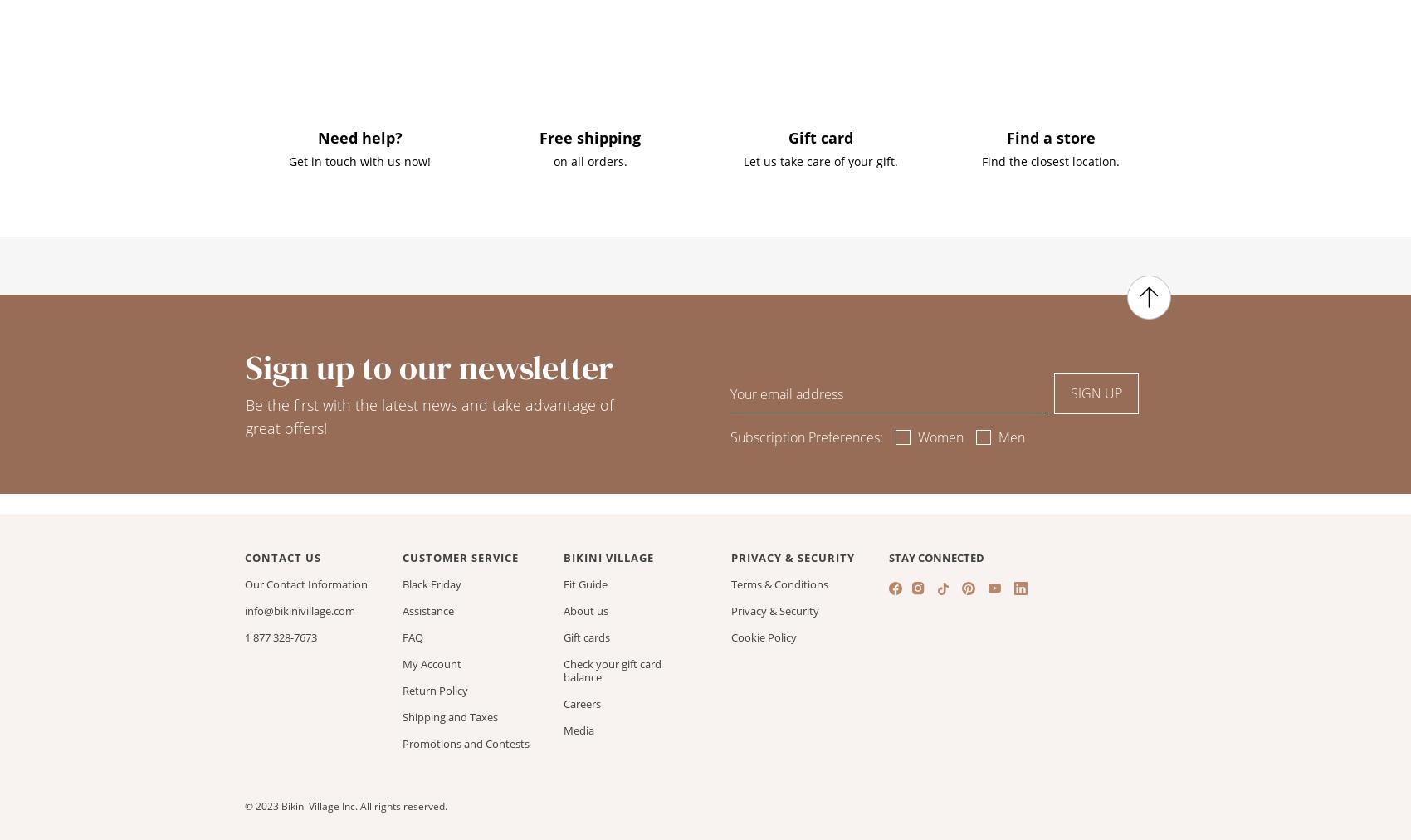 The height and width of the screenshot is (840, 1411). What do you see at coordinates (280, 635) in the screenshot?
I see `'1 877 328-7673'` at bounding box center [280, 635].